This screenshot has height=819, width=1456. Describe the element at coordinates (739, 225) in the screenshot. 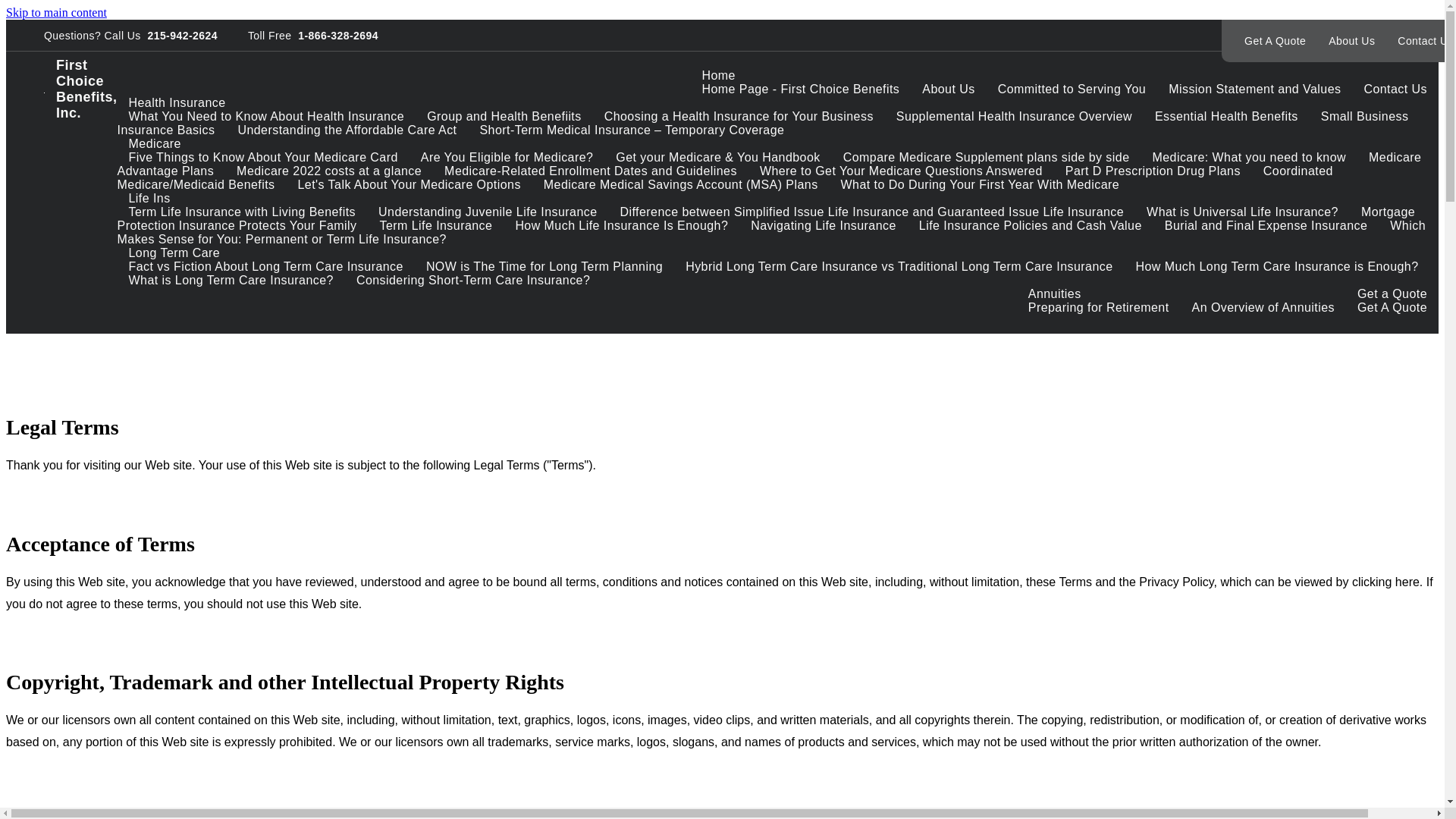

I see `'Navigating Life Insurance'` at that location.